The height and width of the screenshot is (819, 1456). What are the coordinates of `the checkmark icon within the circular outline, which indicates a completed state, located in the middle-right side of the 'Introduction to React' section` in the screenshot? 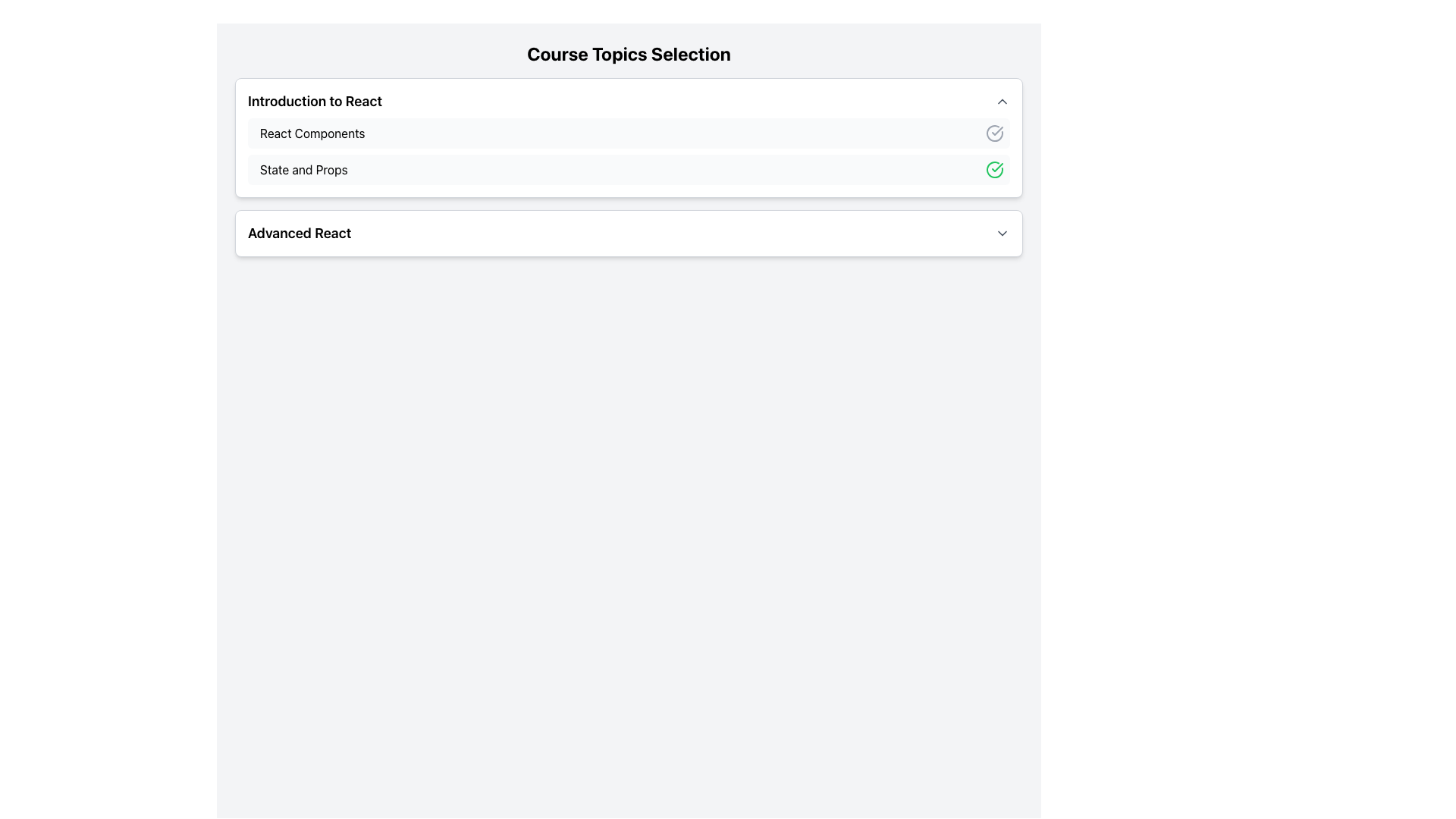 It's located at (997, 130).